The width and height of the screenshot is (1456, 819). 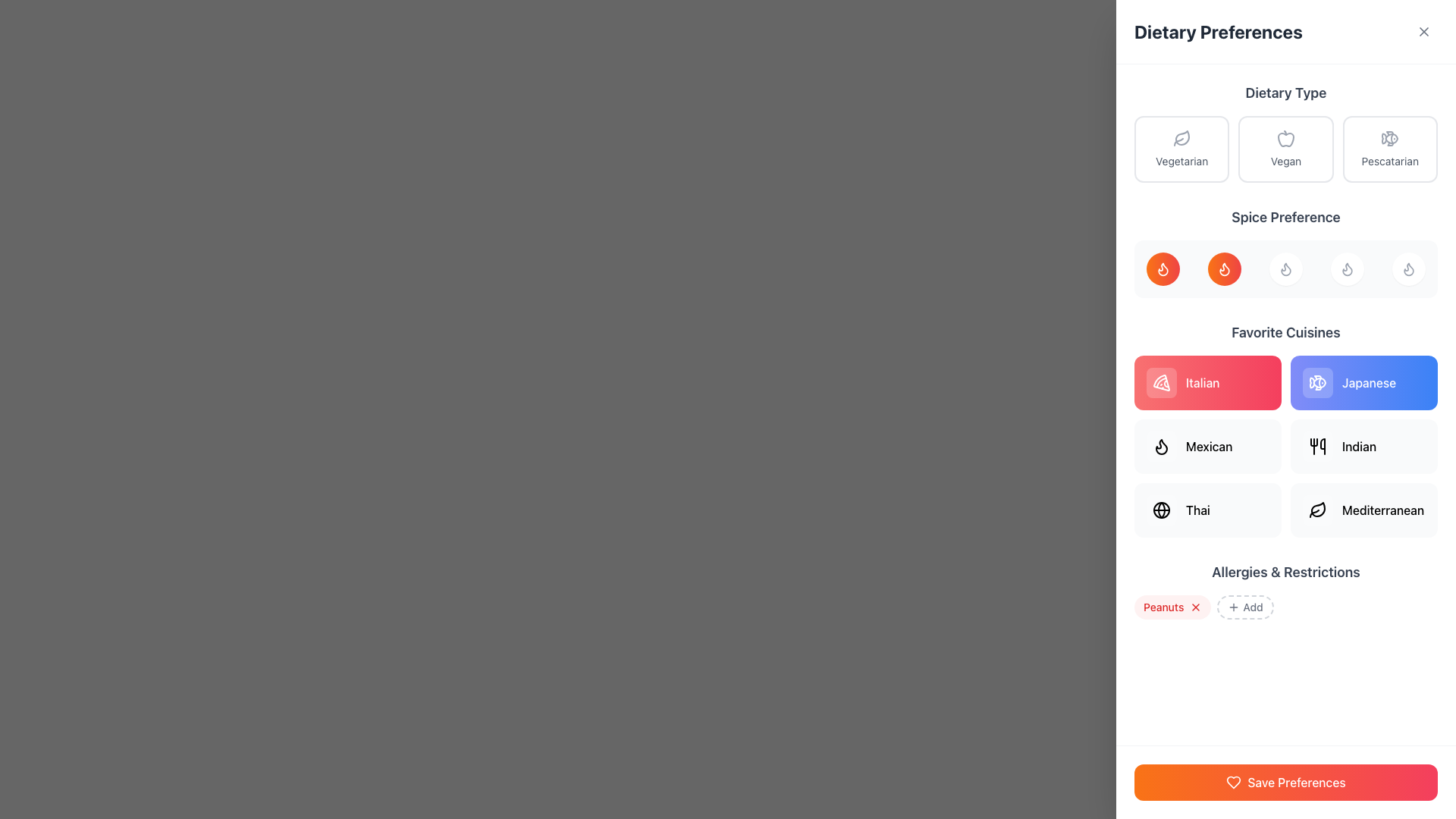 What do you see at coordinates (1423, 32) in the screenshot?
I see `the close or cancel icon located in the top right corner of the 'Dietary Preferences' panel` at bounding box center [1423, 32].